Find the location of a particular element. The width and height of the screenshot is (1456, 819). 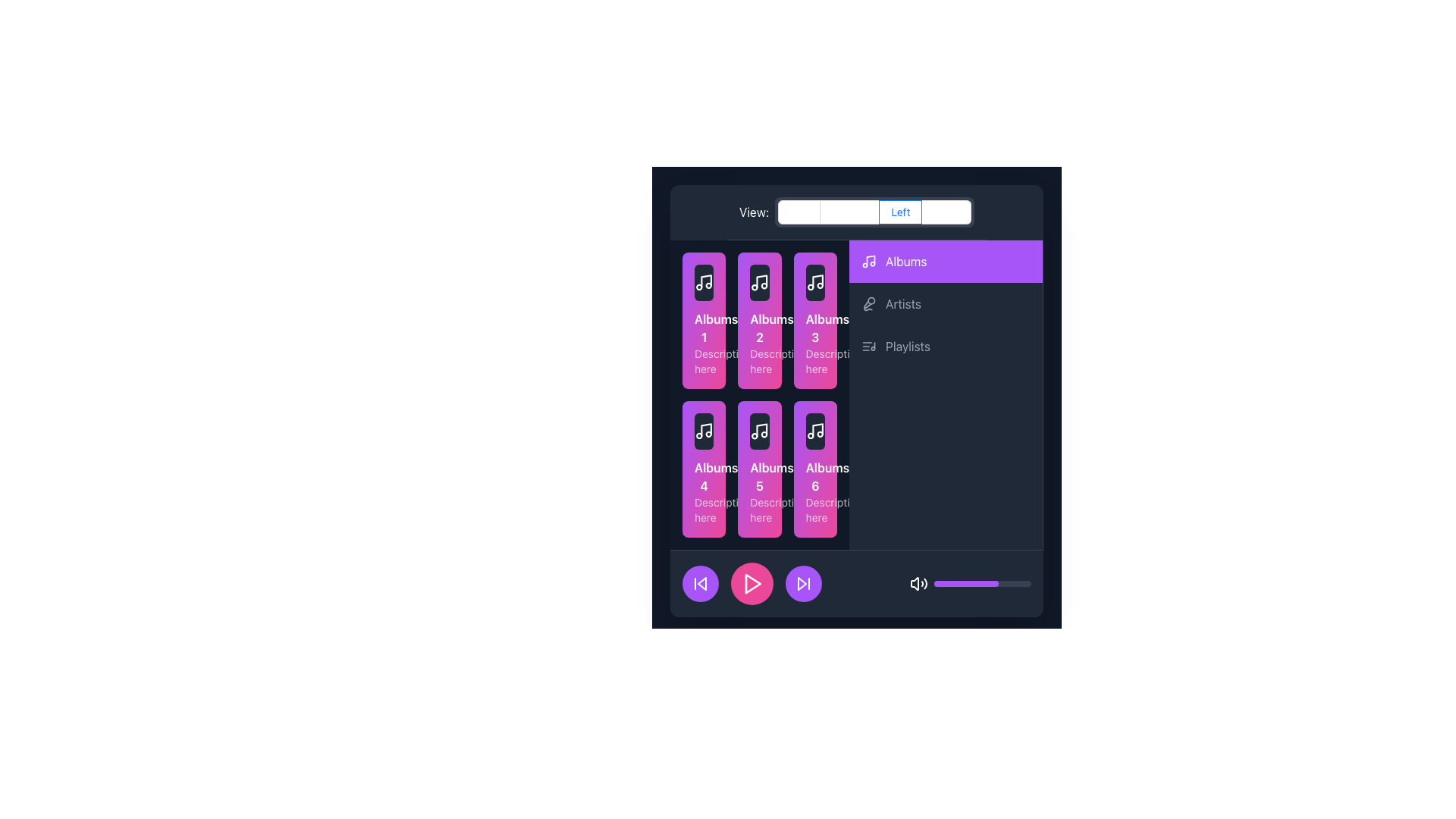

the circular pink button with a white play icon to change its shade is located at coordinates (752, 583).